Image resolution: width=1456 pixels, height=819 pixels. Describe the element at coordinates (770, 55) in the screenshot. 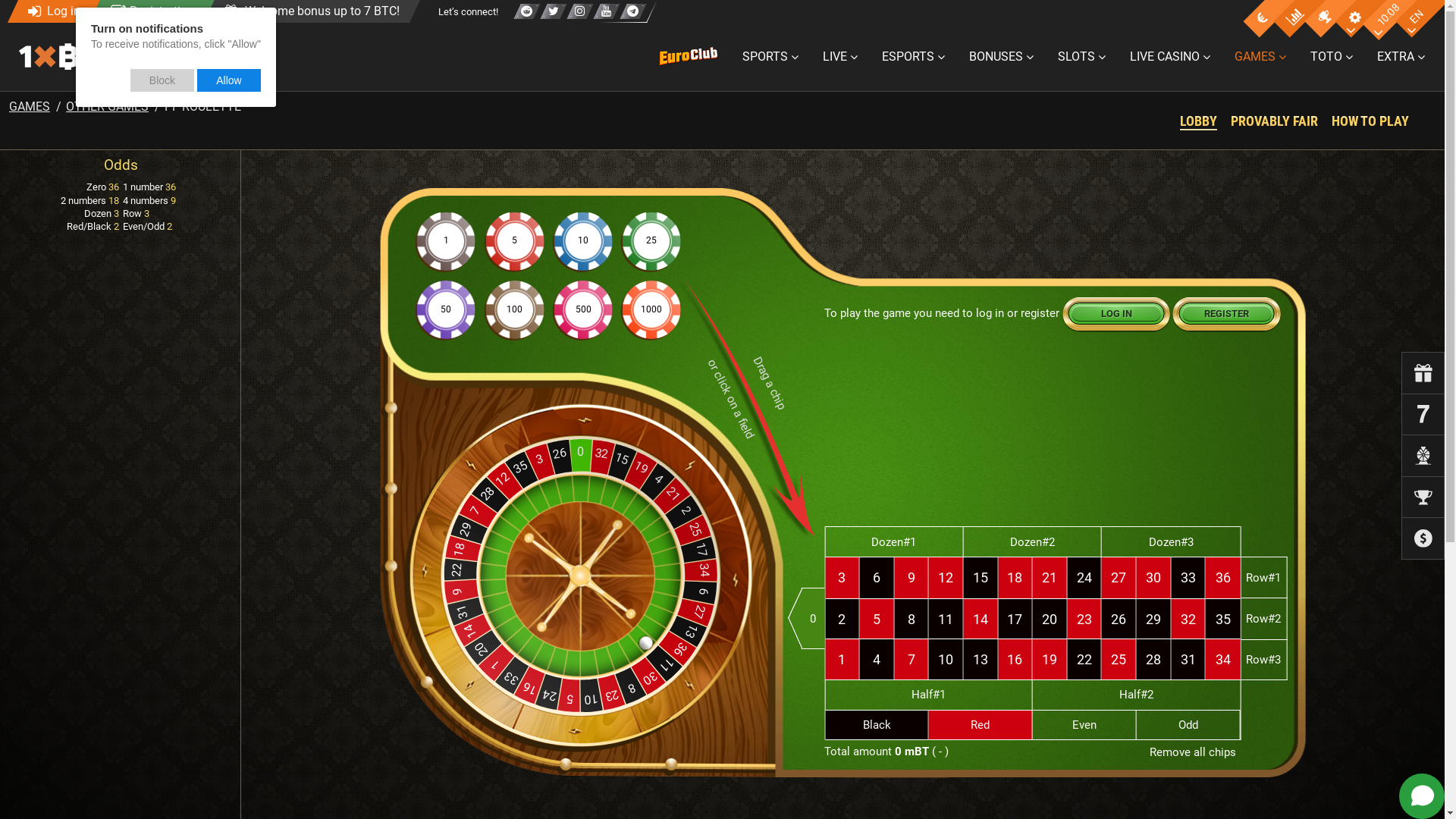

I see `'SPORTS'` at that location.